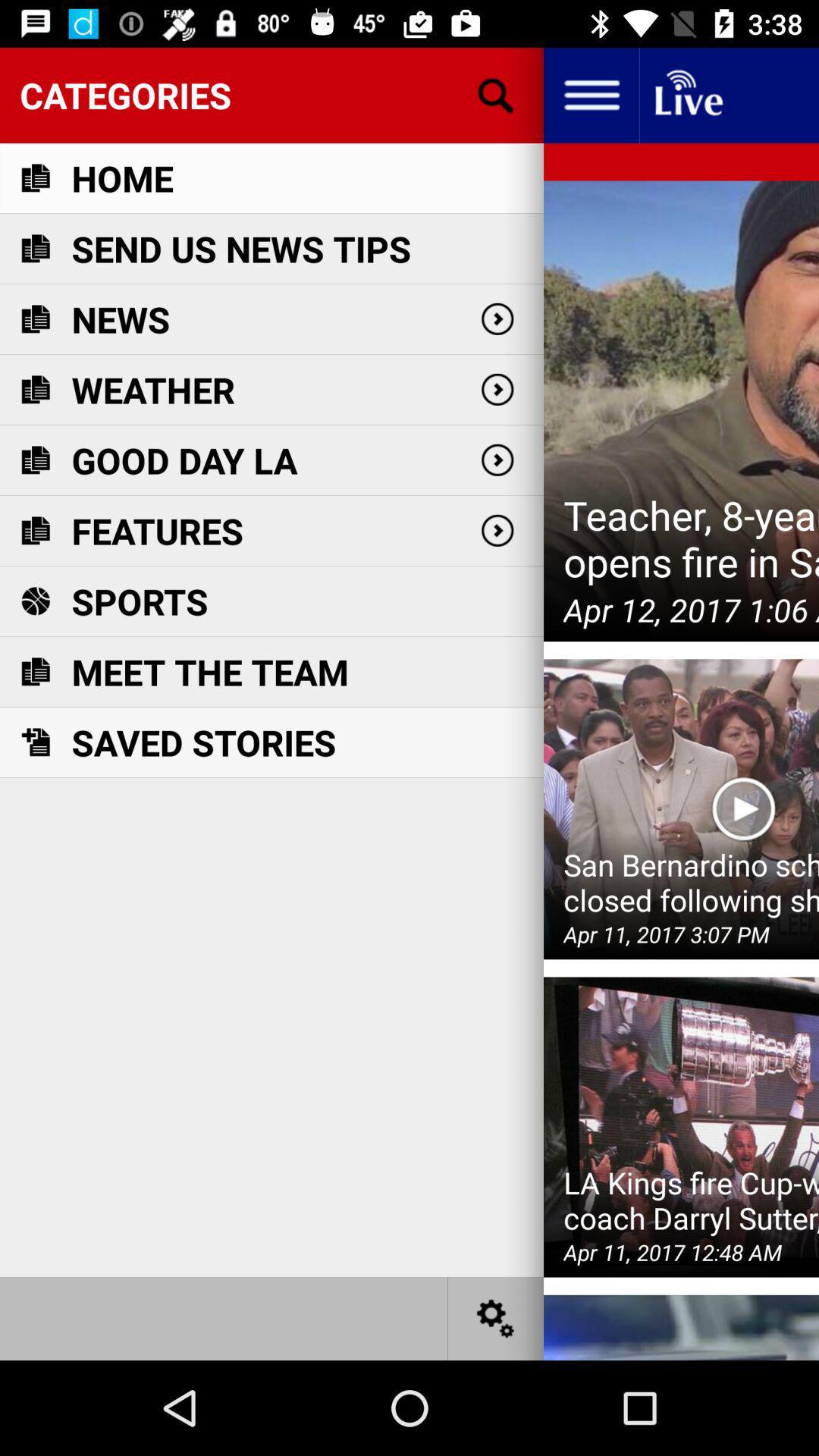 Image resolution: width=819 pixels, height=1456 pixels. I want to click on the menu icon, so click(590, 94).